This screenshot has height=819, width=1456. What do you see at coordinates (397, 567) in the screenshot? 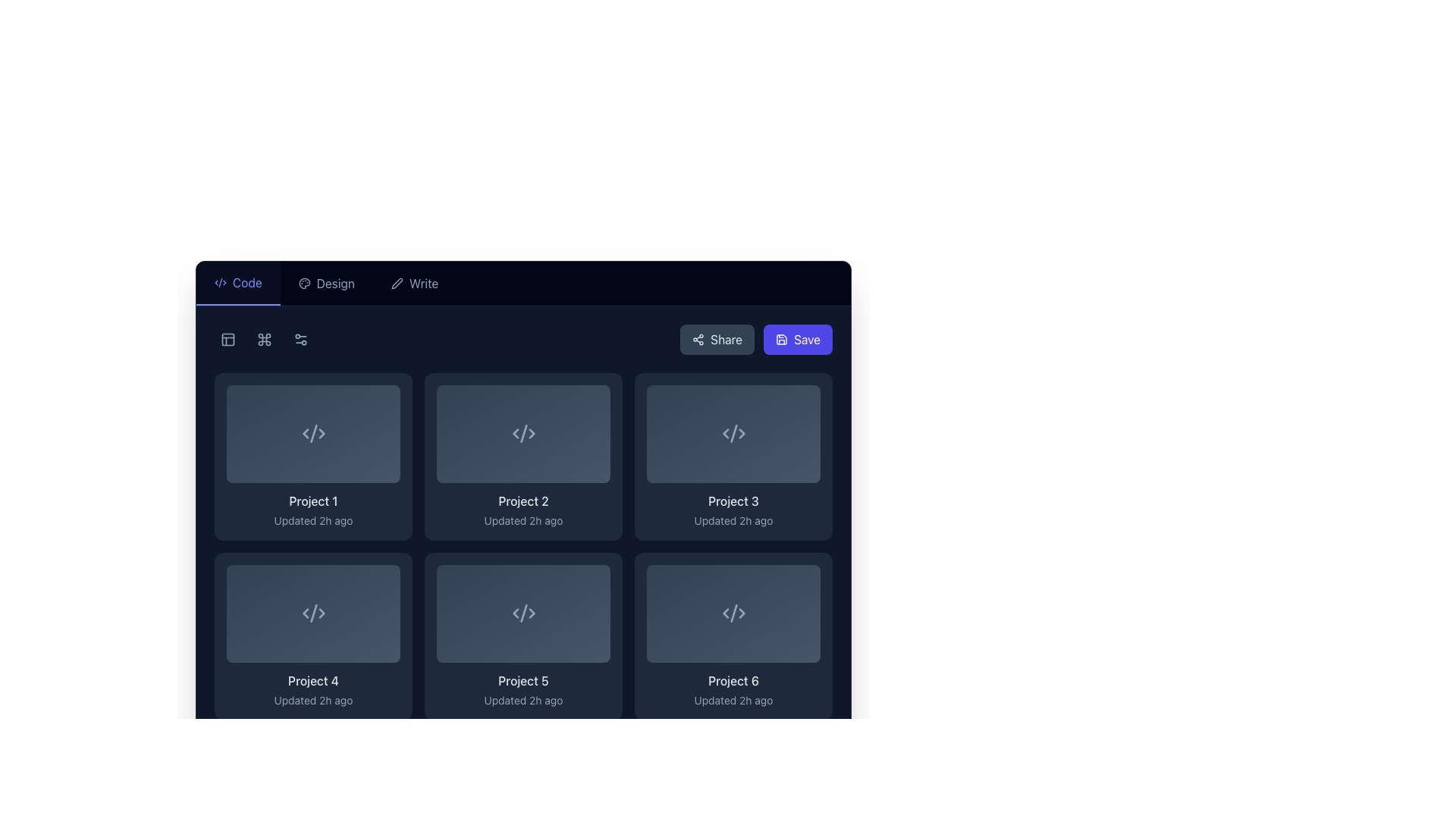
I see `the interactive grayish layered square icon located at the top-right corner of the 'Project 4' card` at bounding box center [397, 567].